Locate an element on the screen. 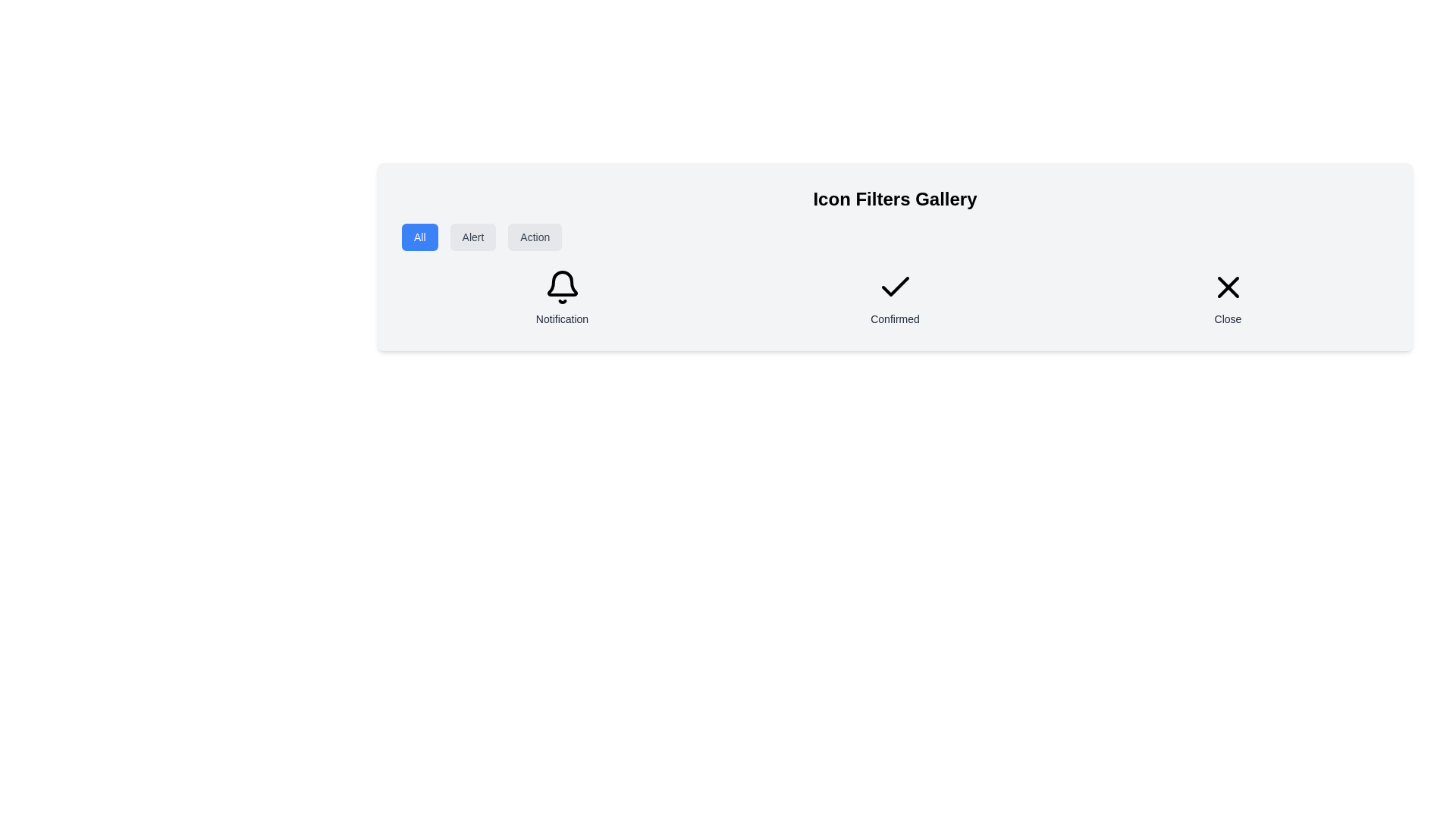  the 'Action' button, which is the third and rightmost button in a horizontal group of three buttons located in the upper left portion of the interface is located at coordinates (535, 237).